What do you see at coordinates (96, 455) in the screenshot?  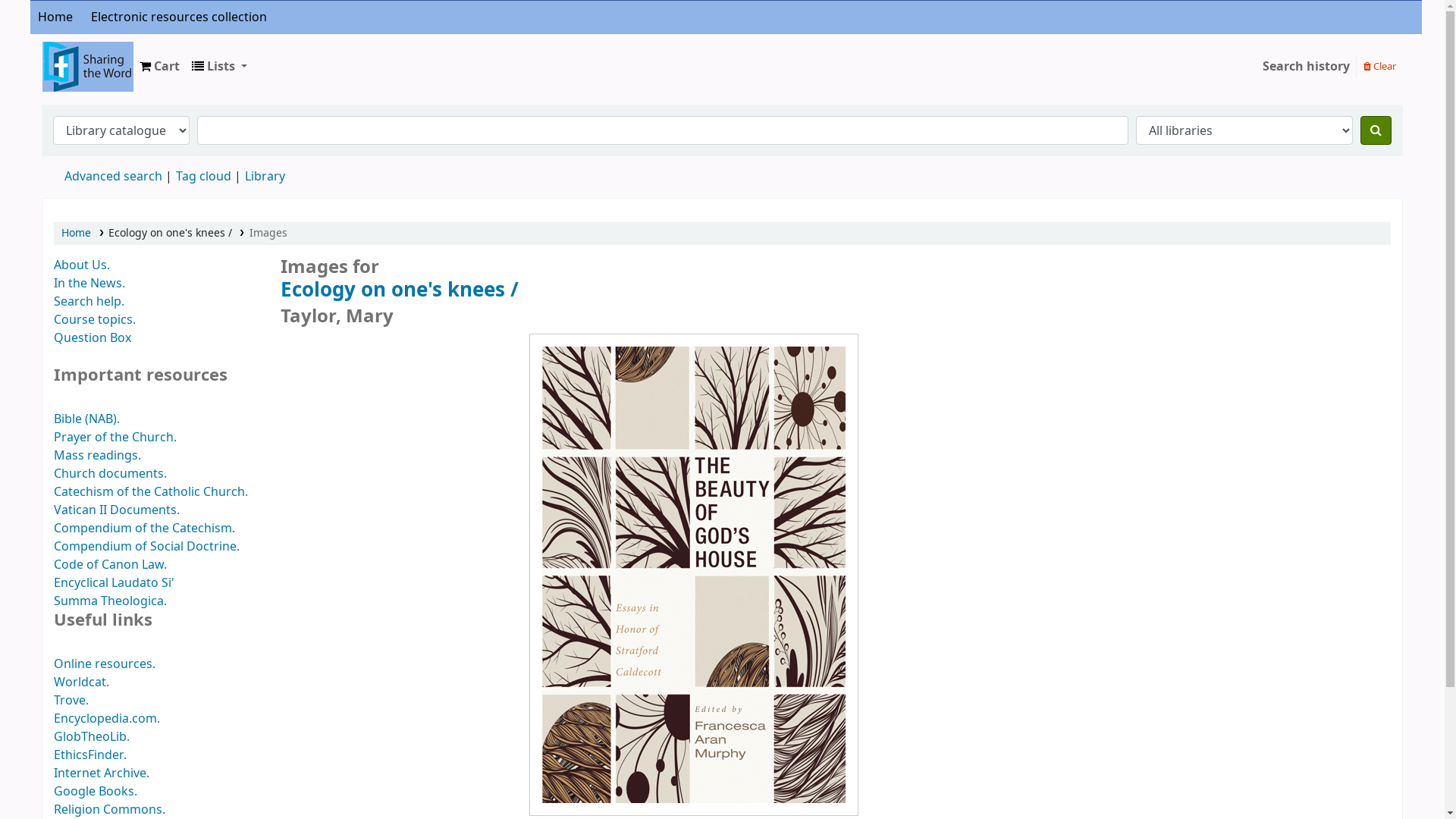 I see `'Mass readings.'` at bounding box center [96, 455].